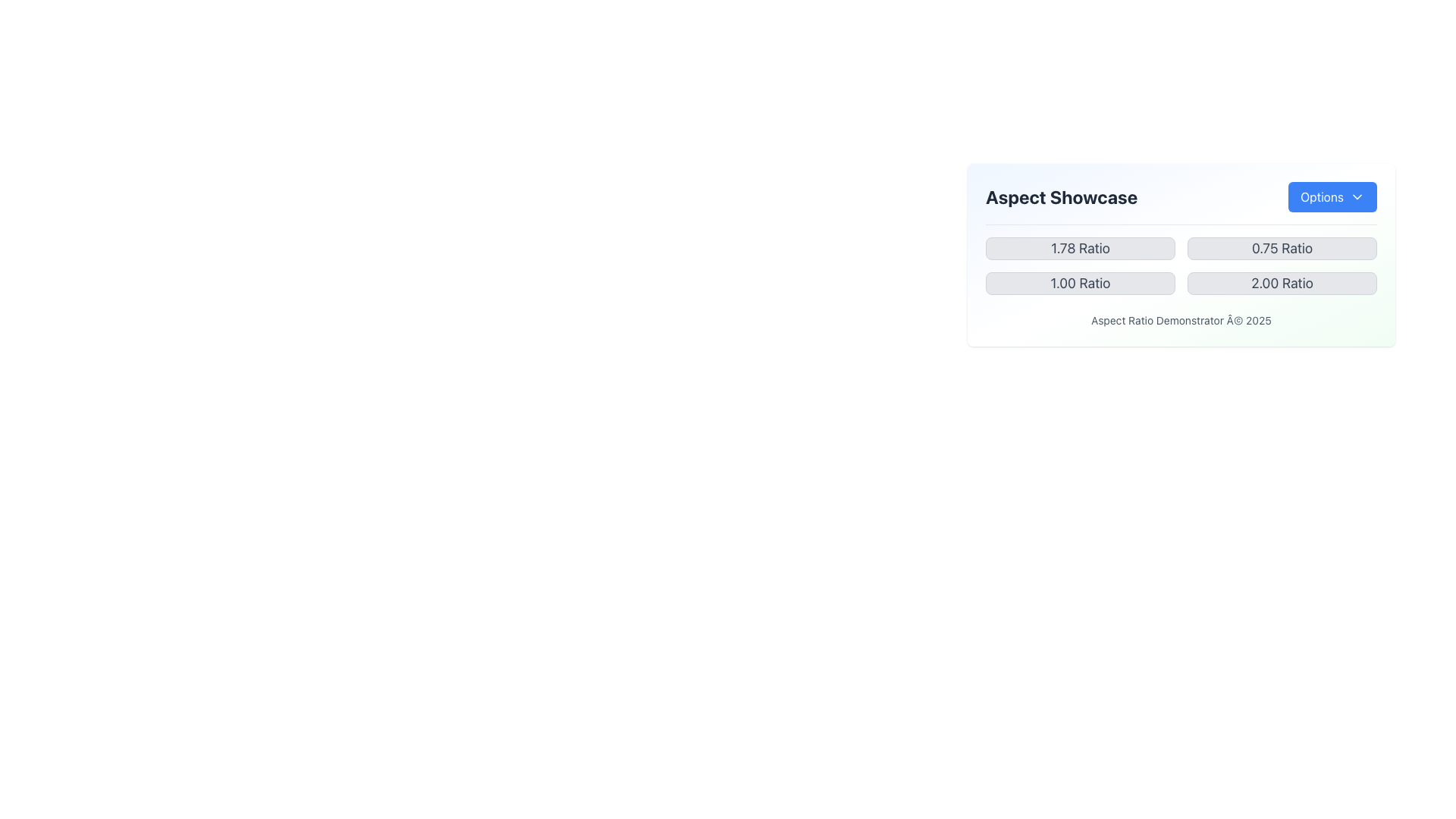  What do you see at coordinates (1281, 284) in the screenshot?
I see `the label displaying '2.00 Ratio', which is a horizontally elongated rectangle with rounded corners and a light gray background located in the lower right quadrant of the grid layout` at bounding box center [1281, 284].